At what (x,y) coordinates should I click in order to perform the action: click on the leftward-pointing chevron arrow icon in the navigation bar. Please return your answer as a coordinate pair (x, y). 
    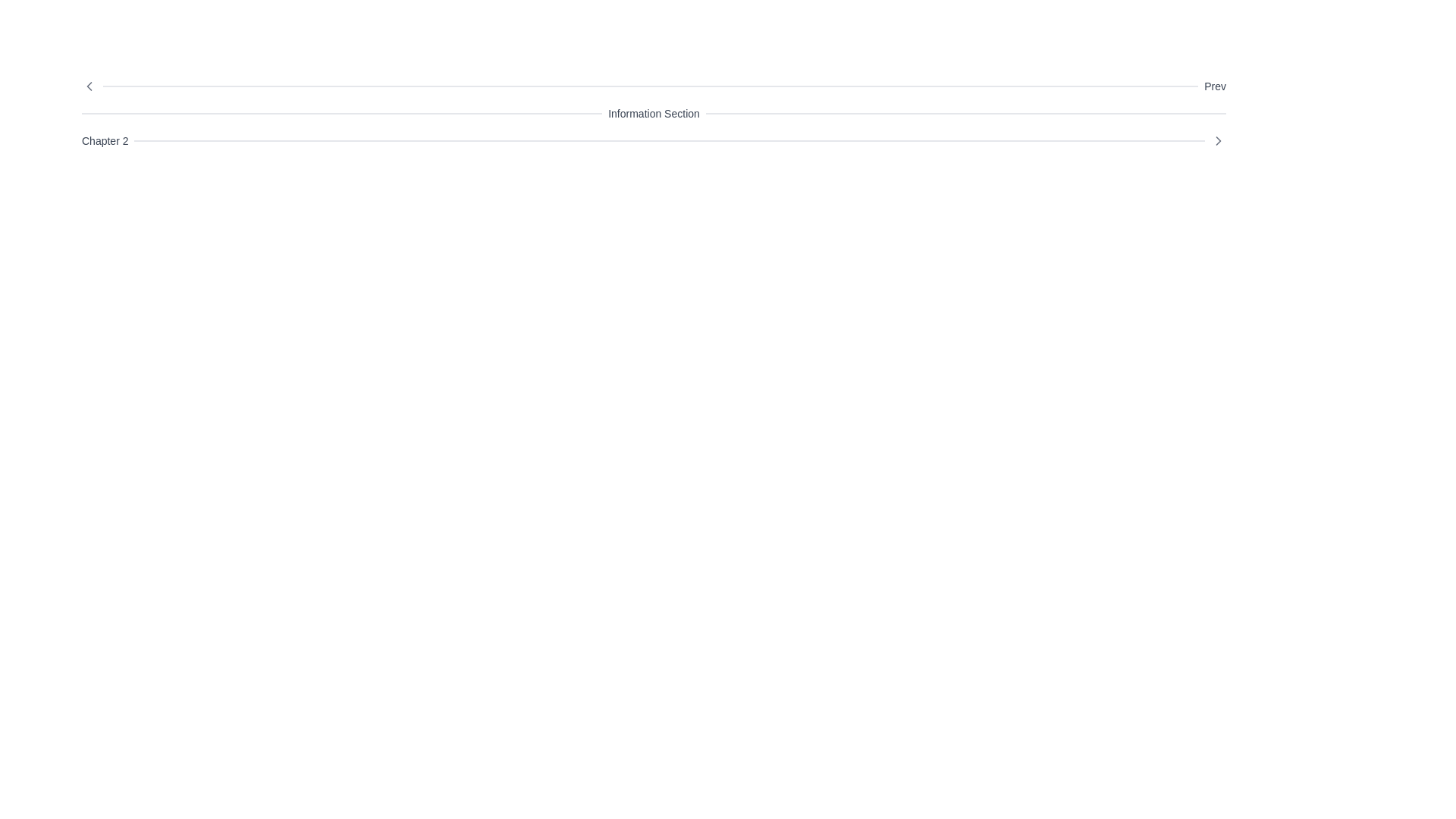
    Looking at the image, I should click on (89, 86).